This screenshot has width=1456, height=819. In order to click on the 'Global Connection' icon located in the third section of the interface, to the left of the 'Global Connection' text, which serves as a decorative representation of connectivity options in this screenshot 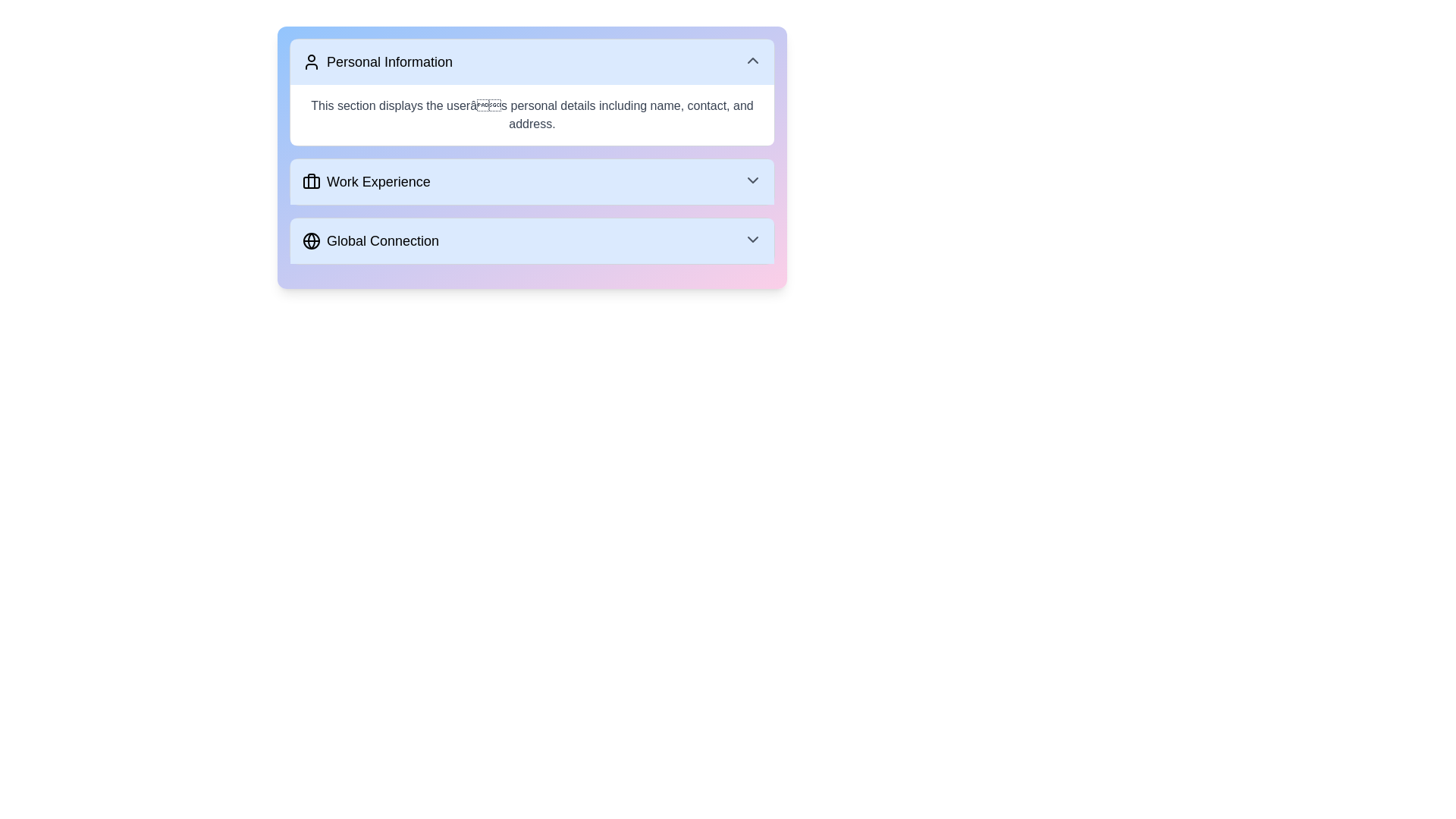, I will do `click(311, 240)`.